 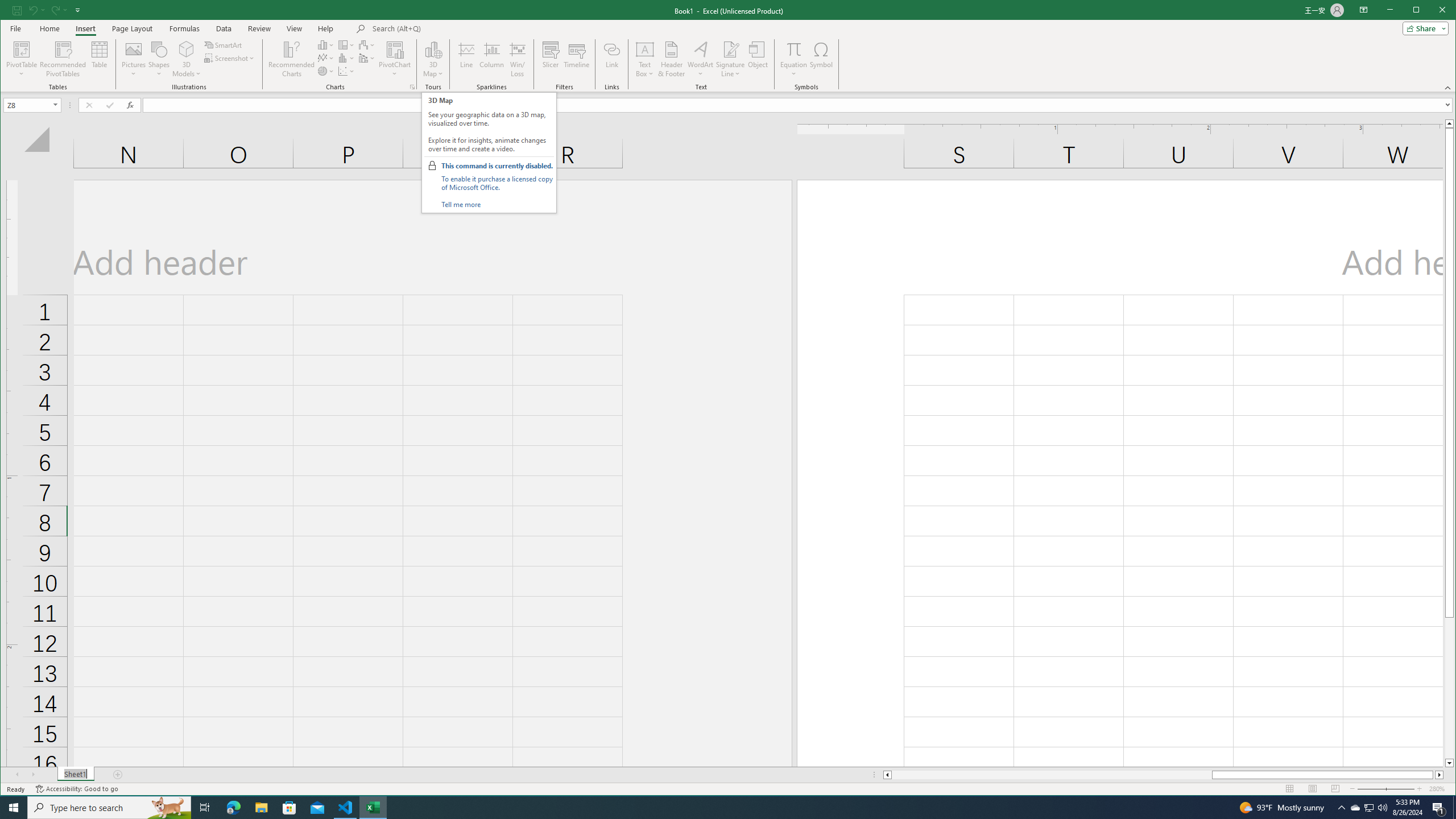 What do you see at coordinates (186, 48) in the screenshot?
I see `'3D Models'` at bounding box center [186, 48].